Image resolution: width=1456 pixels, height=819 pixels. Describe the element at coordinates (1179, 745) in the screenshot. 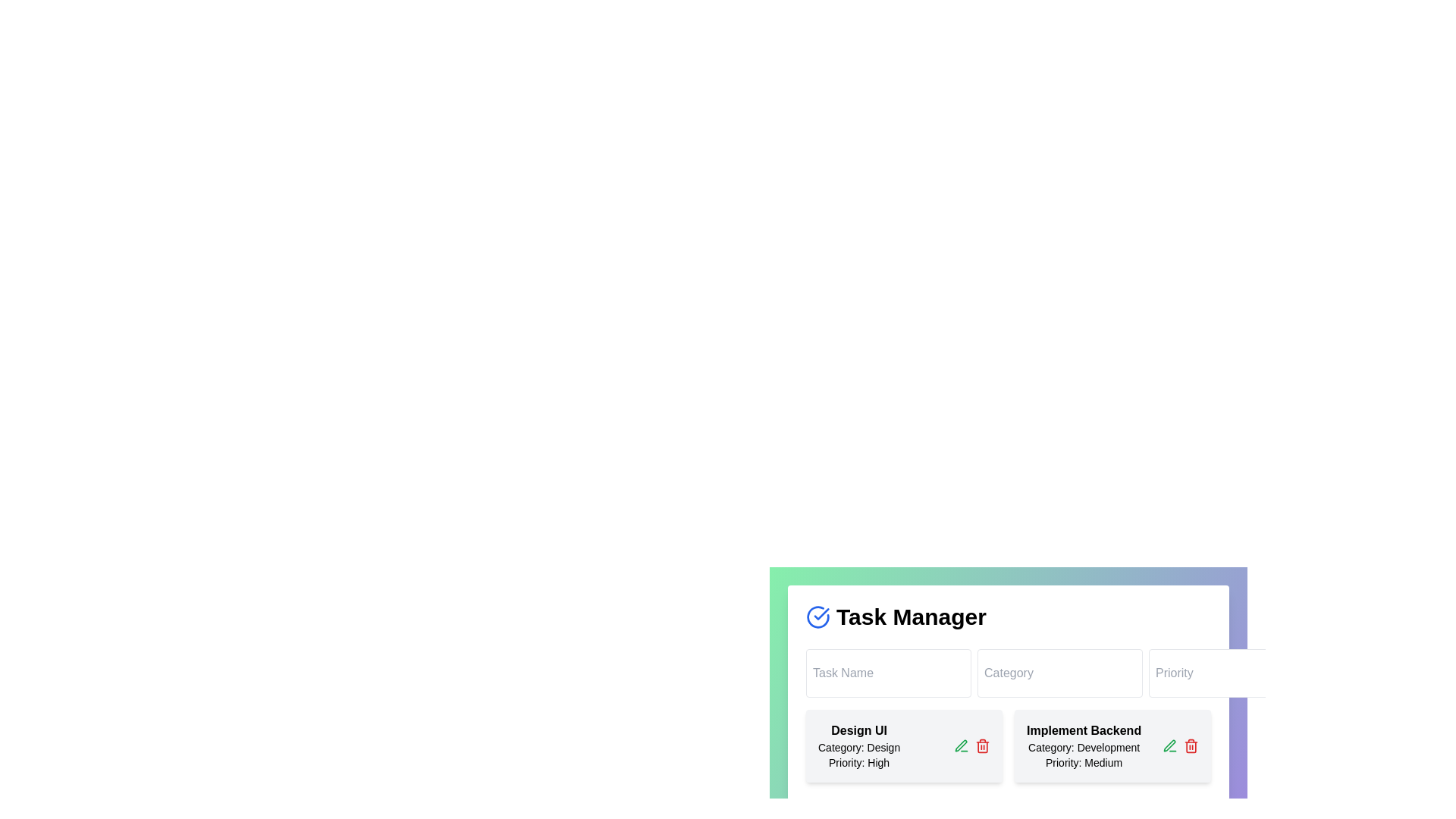

I see `the group of interactive action buttons located in the rightmost task card titled 'Implement Backend'` at that location.